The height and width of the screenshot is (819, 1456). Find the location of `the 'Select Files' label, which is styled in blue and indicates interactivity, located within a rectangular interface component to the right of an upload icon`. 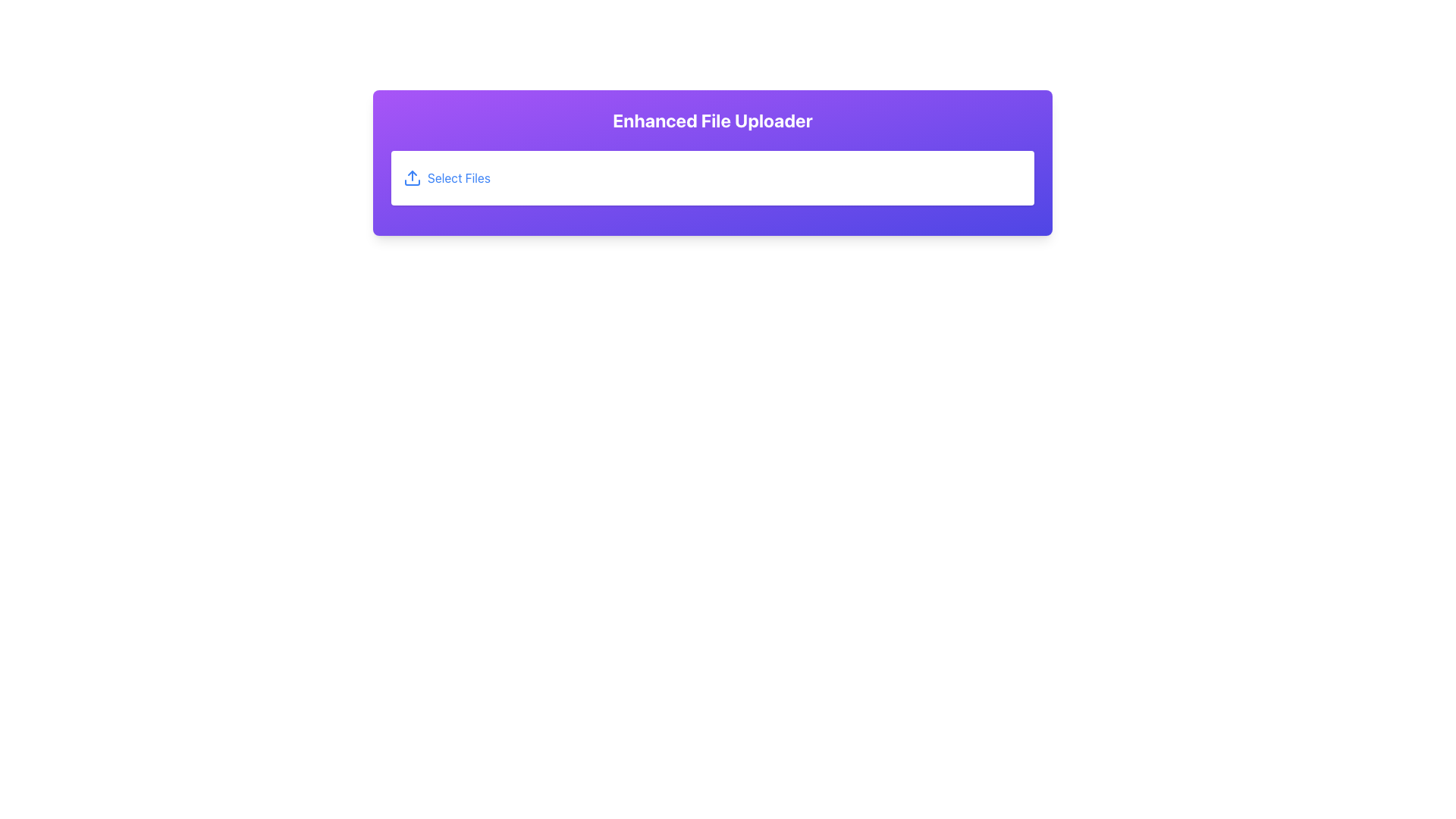

the 'Select Files' label, which is styled in blue and indicates interactivity, located within a rectangular interface component to the right of an upload icon is located at coordinates (458, 177).